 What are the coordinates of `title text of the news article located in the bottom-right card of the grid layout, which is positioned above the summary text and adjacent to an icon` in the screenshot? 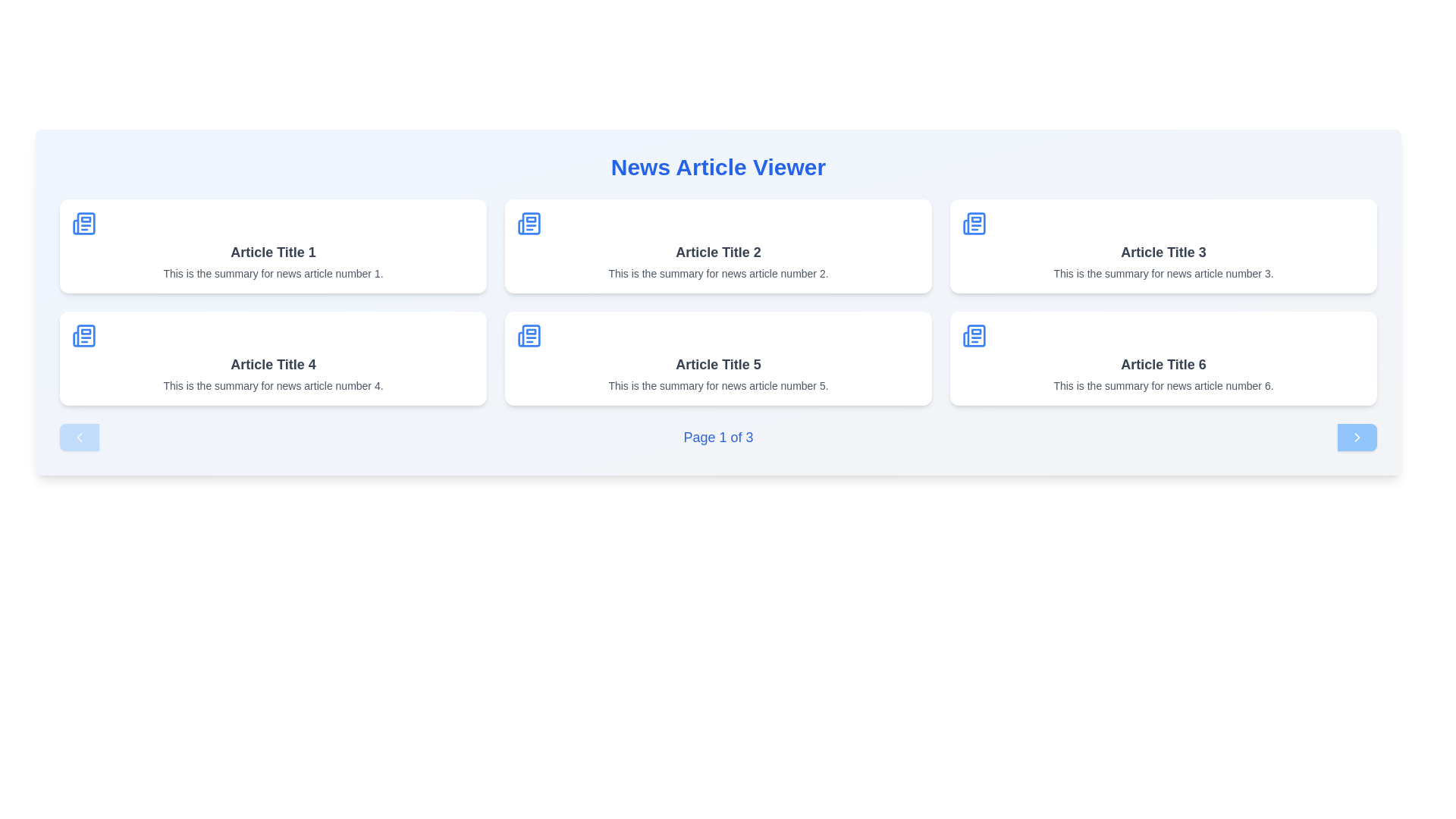 It's located at (1163, 365).